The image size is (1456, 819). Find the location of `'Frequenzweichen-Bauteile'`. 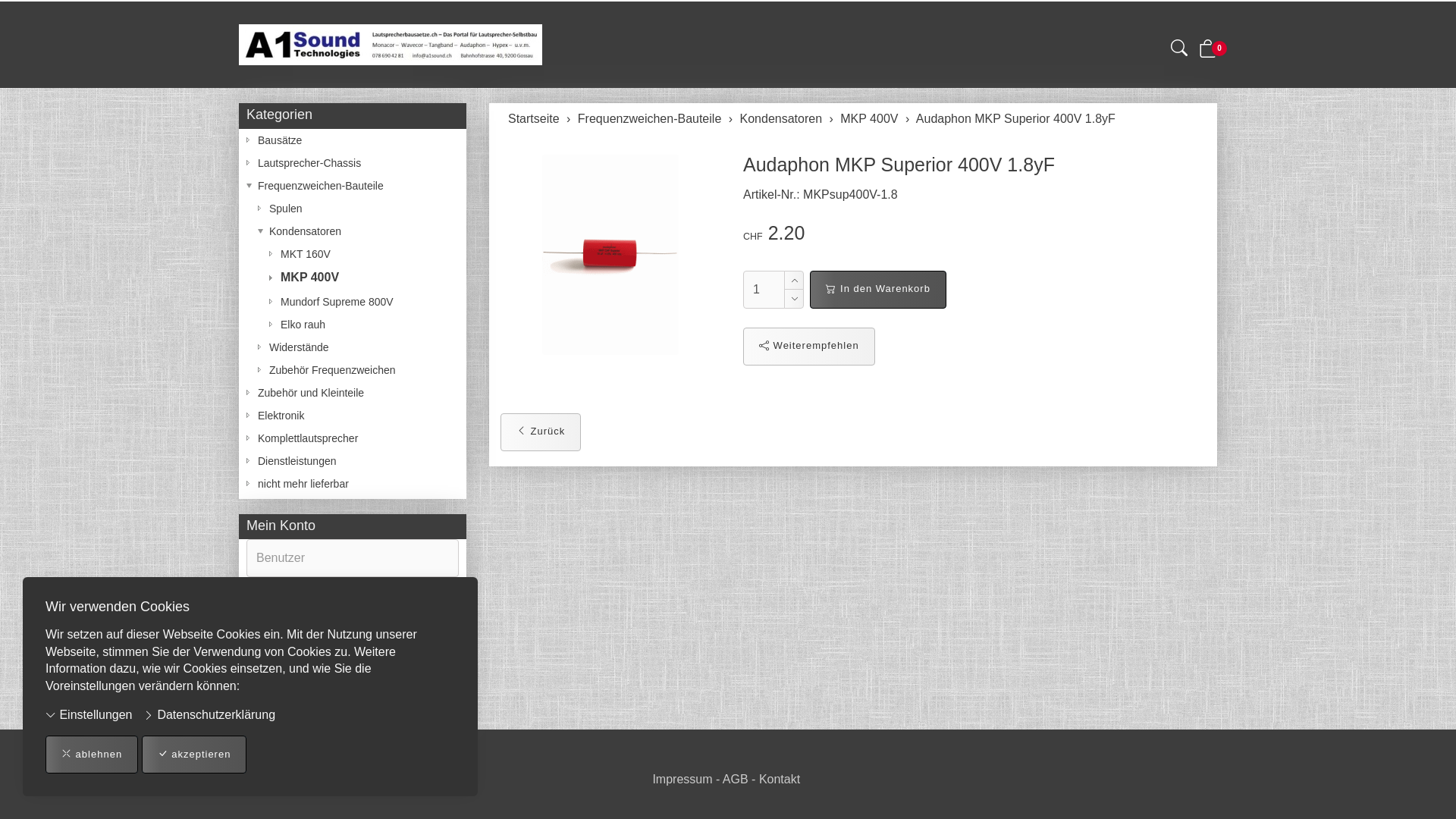

'Frequenzweichen-Bauteile' is located at coordinates (246, 185).